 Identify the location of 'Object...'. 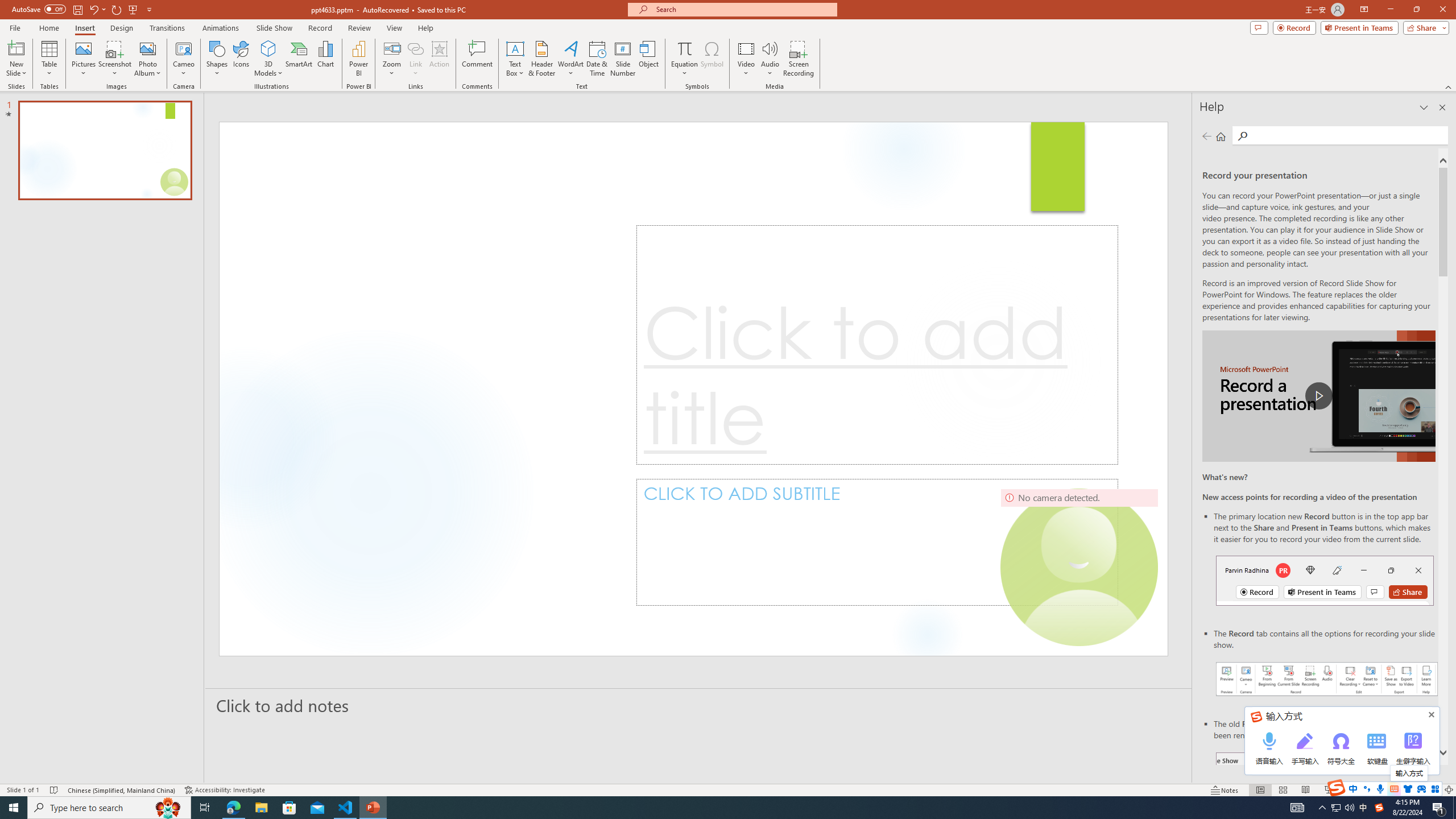
(649, 59).